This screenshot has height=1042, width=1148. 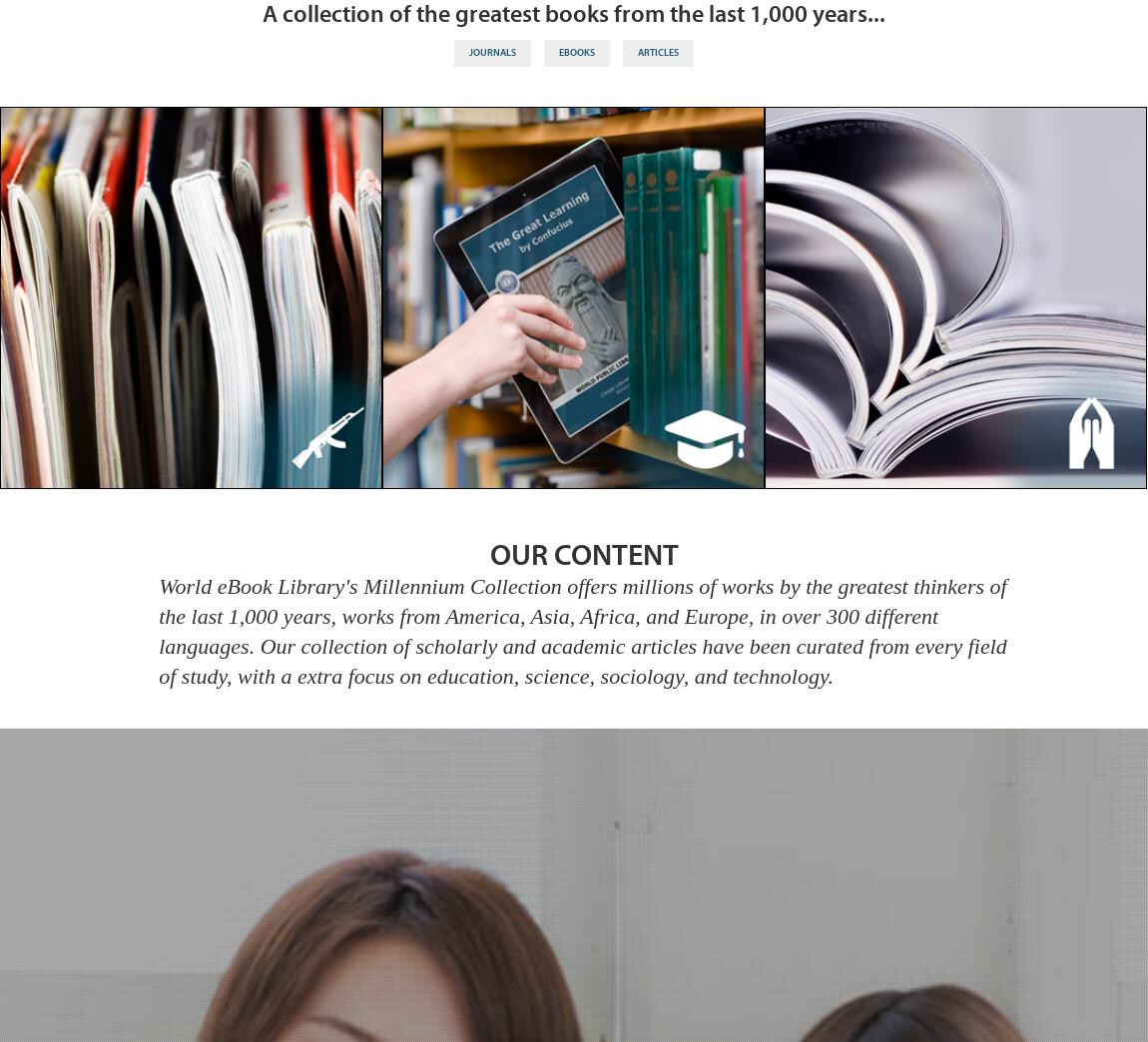 I want to click on 'of the last 1,000 years, works from America, Asia, Africa, and Europe, in over', so click(x=581, y=600).